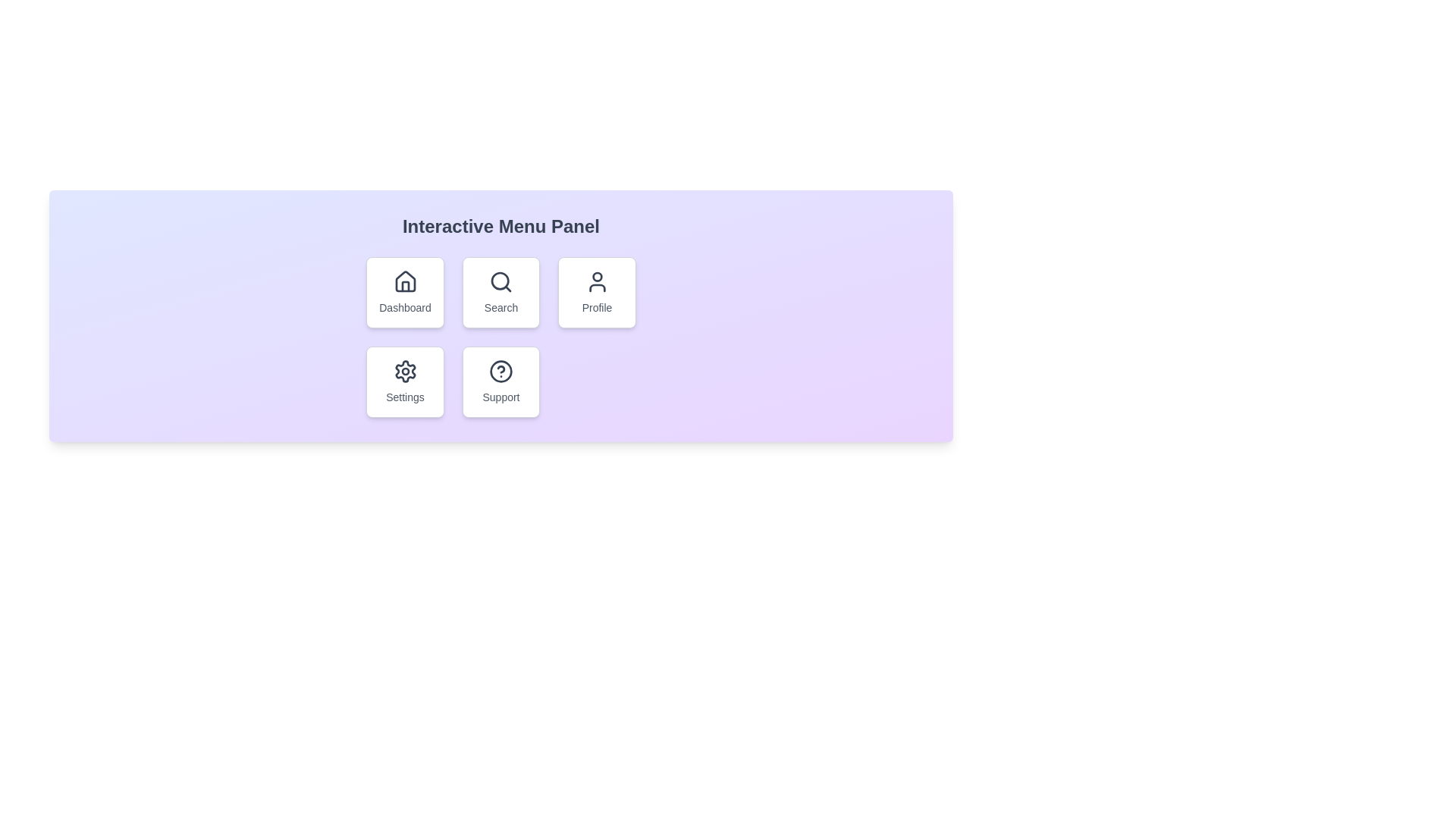 The width and height of the screenshot is (1456, 819). Describe the element at coordinates (405, 281) in the screenshot. I see `the house icon within the 'Dashboard' card, which is the top-left card in a 3x2 grid layout` at that location.